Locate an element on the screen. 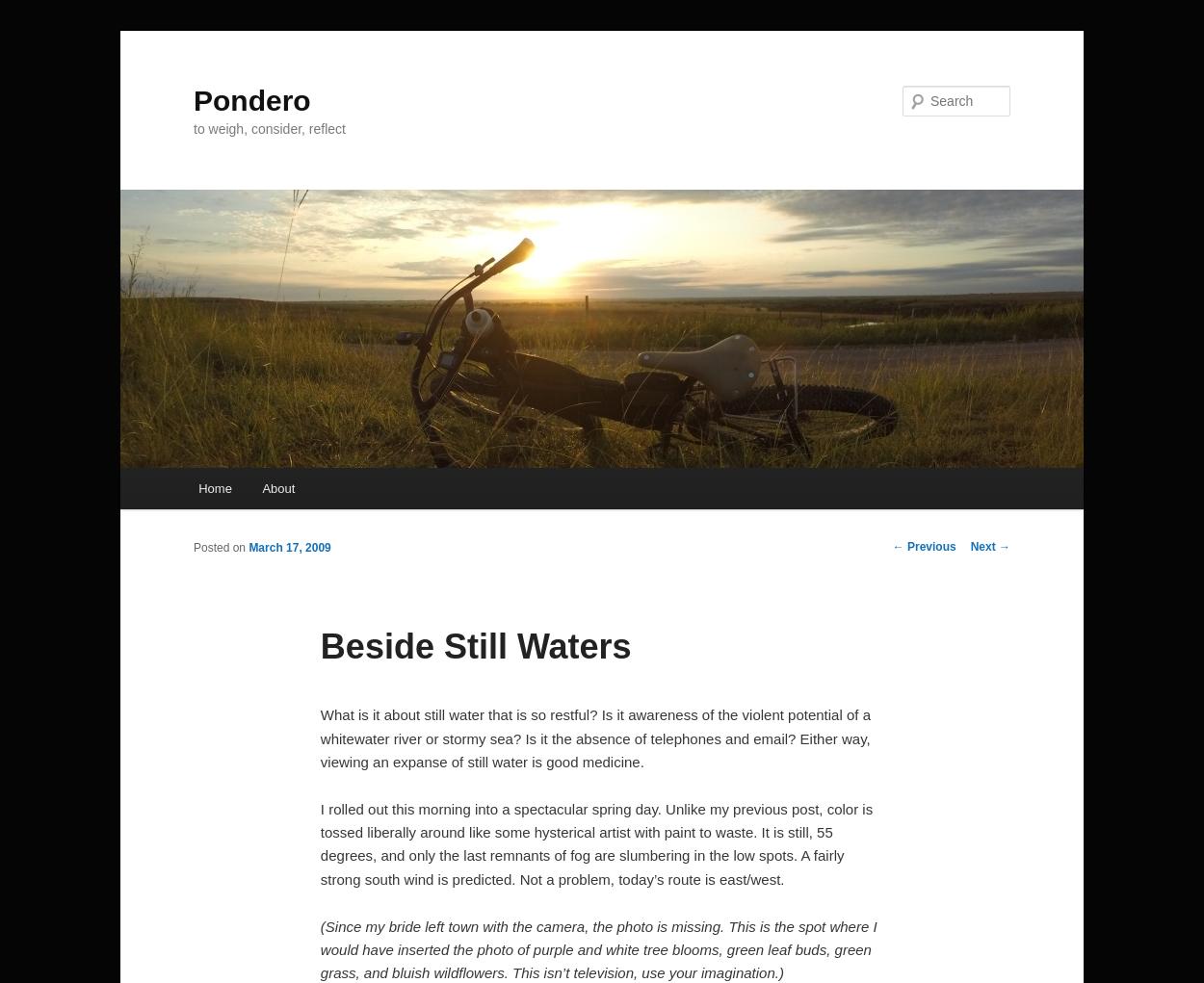 This screenshot has height=983, width=1204. 'March 17, 2009' is located at coordinates (289, 545).